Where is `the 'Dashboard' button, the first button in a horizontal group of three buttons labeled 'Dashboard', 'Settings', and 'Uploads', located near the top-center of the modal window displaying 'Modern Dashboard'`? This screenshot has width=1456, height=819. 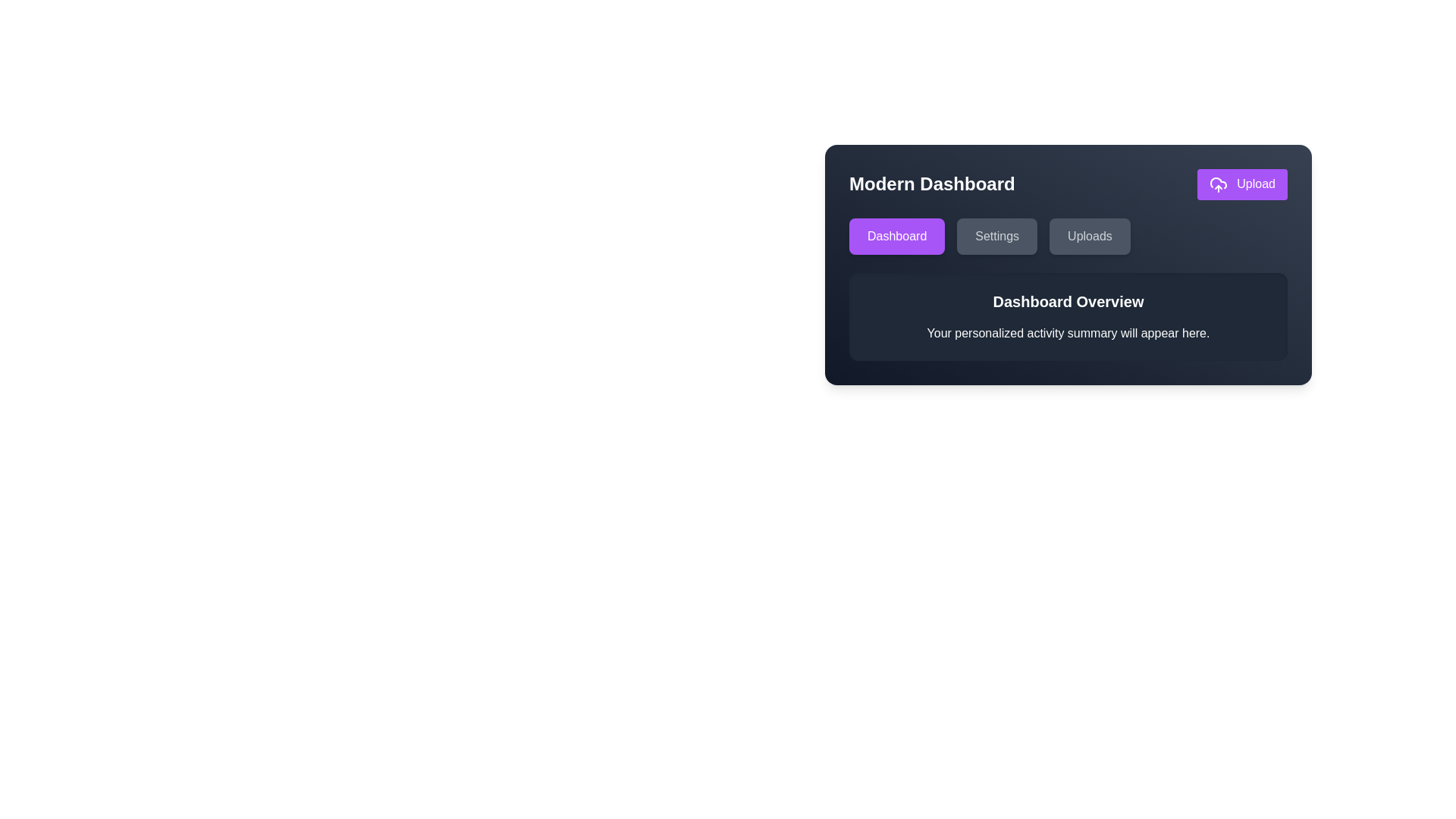
the 'Dashboard' button, the first button in a horizontal group of three buttons labeled 'Dashboard', 'Settings', and 'Uploads', located near the top-center of the modal window displaying 'Modern Dashboard' is located at coordinates (897, 236).